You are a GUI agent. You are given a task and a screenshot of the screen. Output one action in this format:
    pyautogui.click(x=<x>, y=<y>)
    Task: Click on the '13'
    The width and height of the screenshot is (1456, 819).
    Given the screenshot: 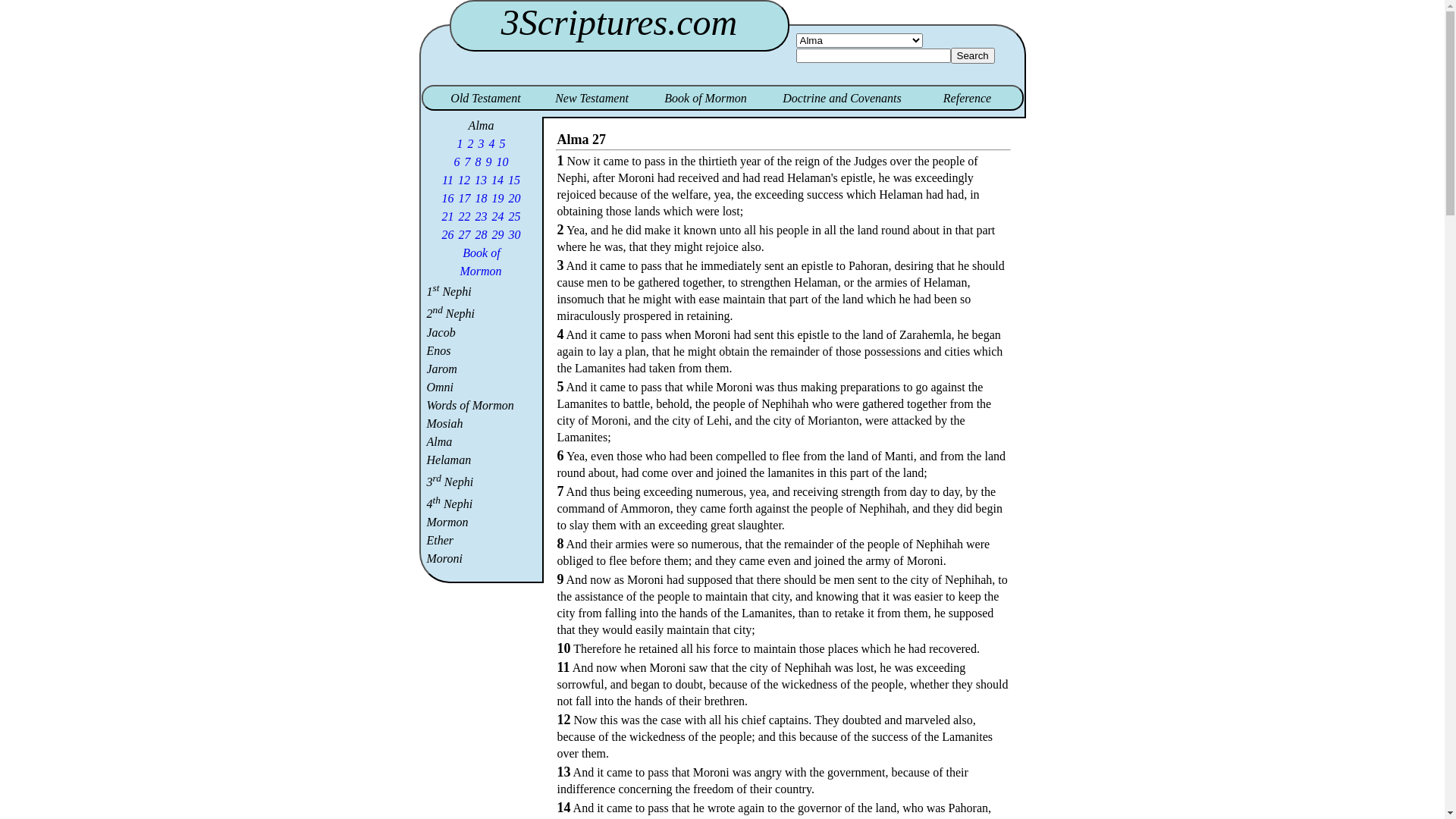 What is the action you would take?
    pyautogui.click(x=472, y=179)
    